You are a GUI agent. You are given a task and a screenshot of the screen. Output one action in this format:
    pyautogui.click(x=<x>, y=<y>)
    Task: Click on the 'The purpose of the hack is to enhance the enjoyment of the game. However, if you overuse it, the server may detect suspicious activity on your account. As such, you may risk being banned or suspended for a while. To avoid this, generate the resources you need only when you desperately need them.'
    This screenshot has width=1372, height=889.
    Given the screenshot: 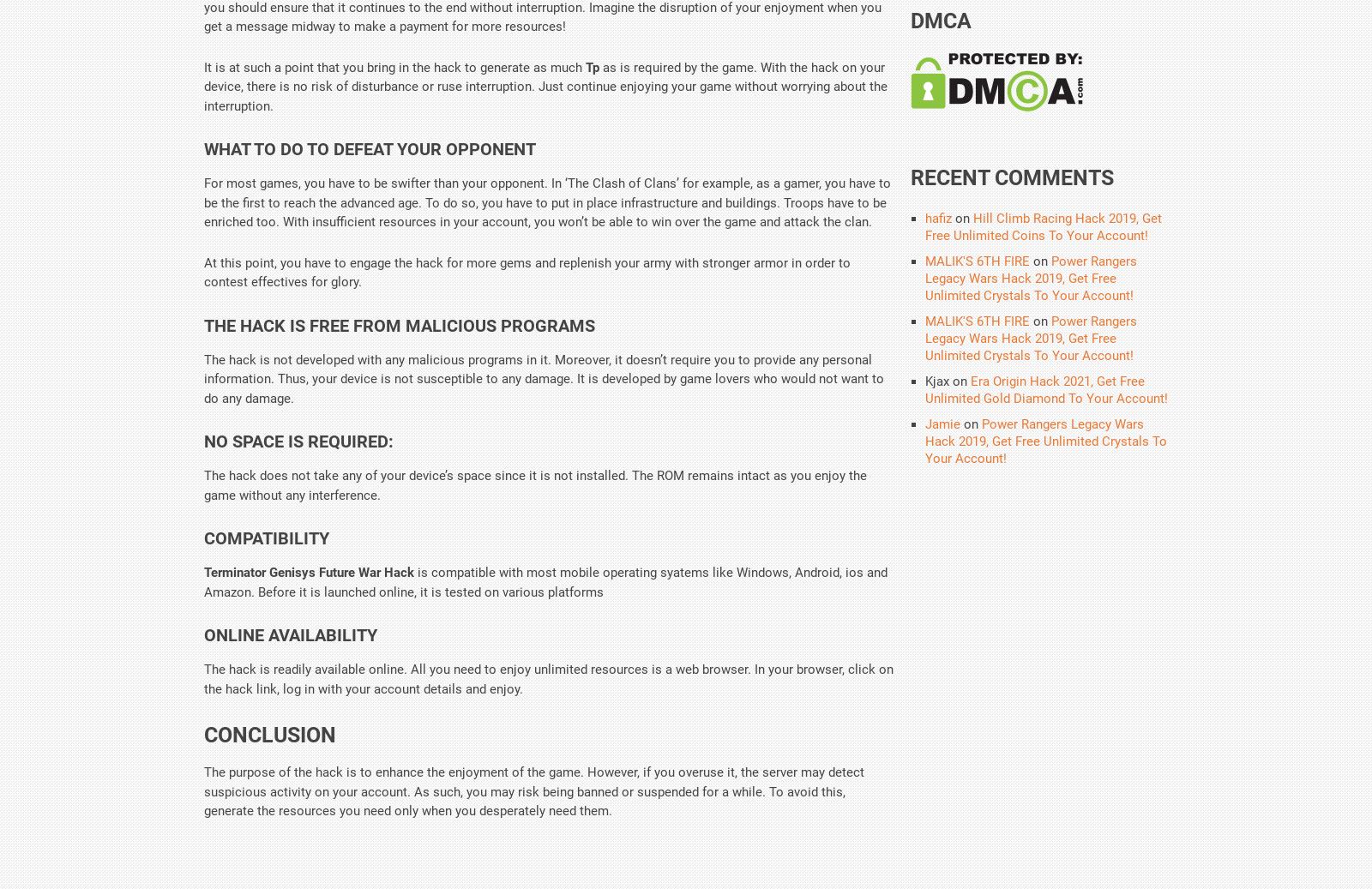 What is the action you would take?
    pyautogui.click(x=203, y=791)
    